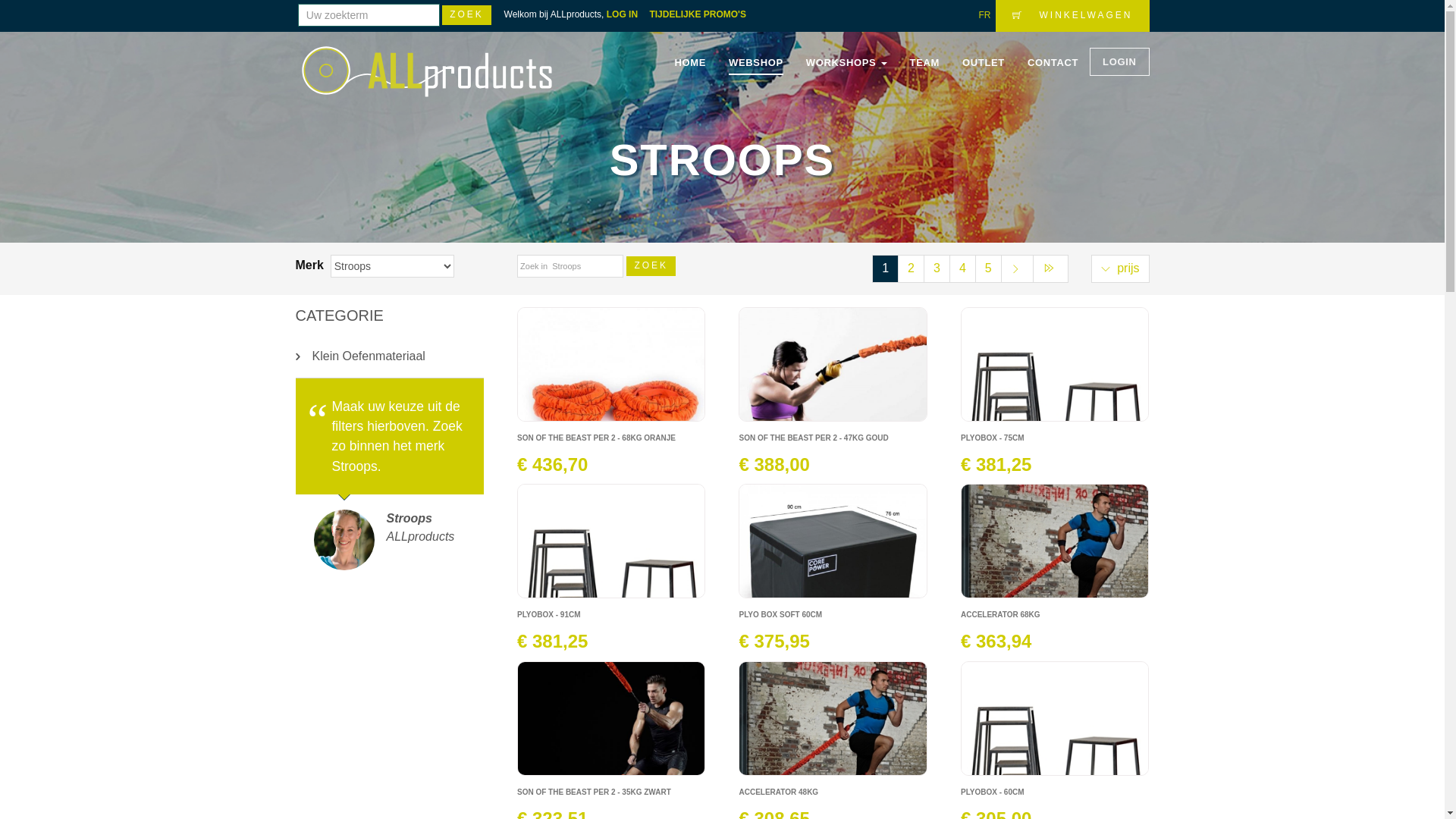 The height and width of the screenshot is (819, 1456). Describe the element at coordinates (756, 62) in the screenshot. I see `'WEBSHOP'` at that location.